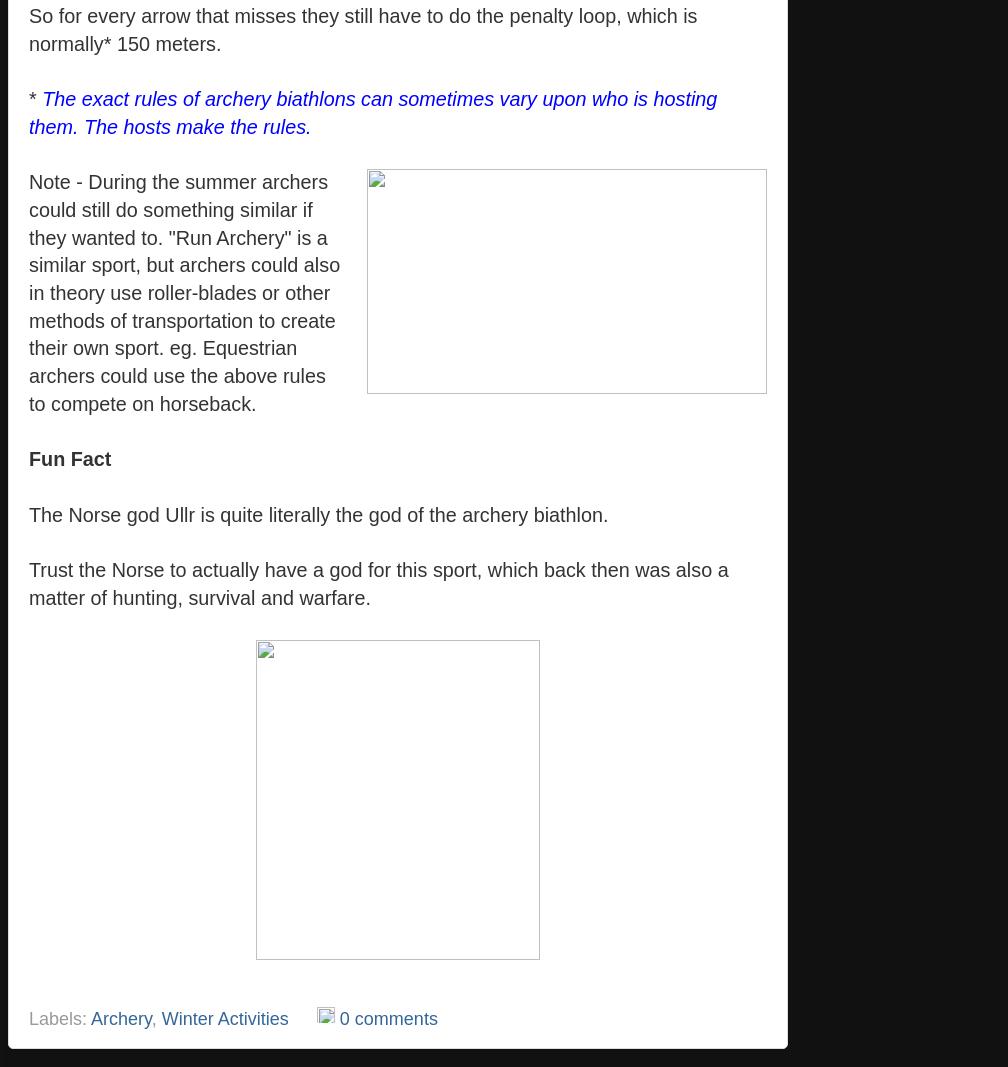 This screenshot has height=1067, width=1008. I want to click on 'Labels:', so click(59, 1018).